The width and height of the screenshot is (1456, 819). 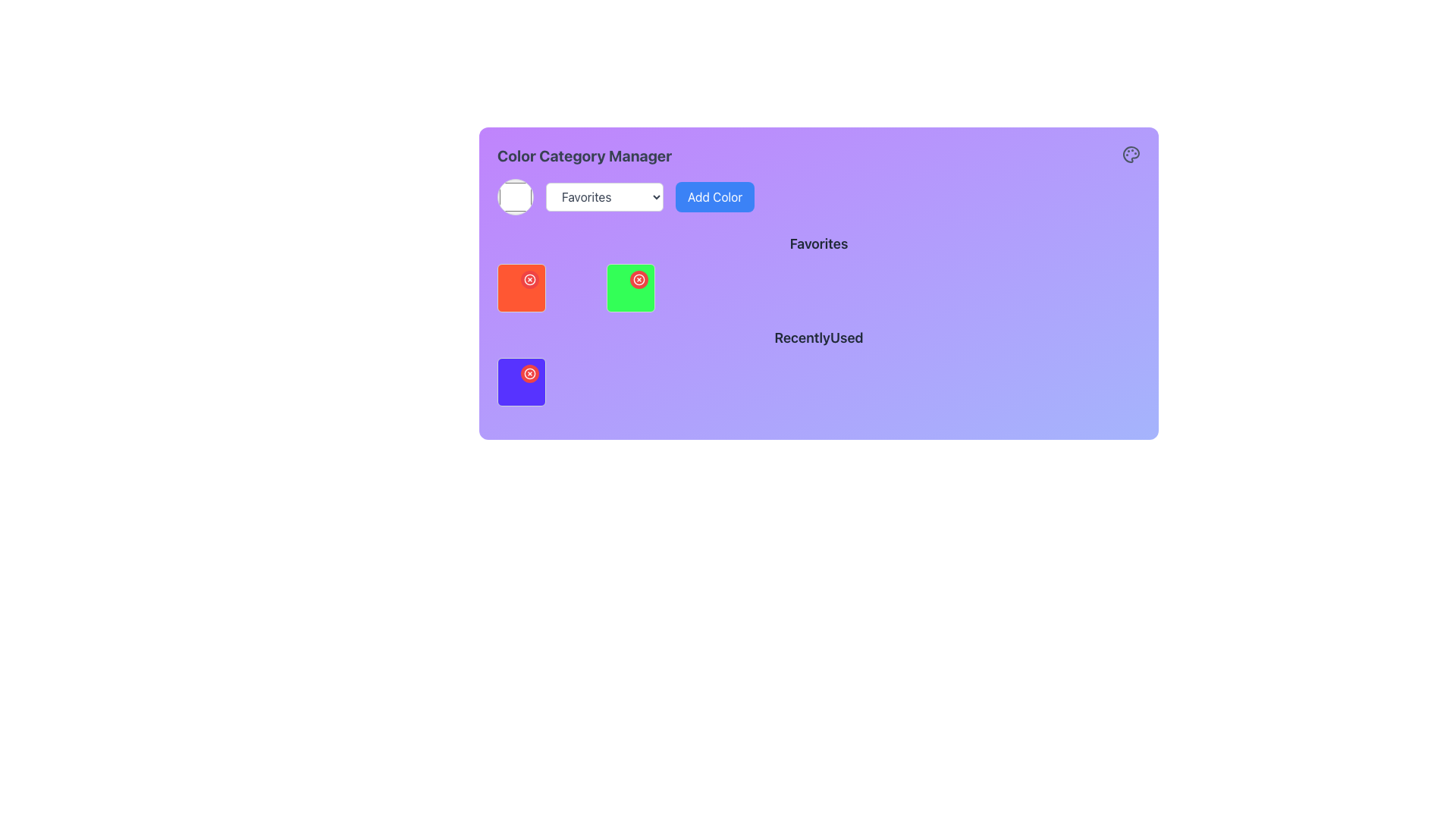 I want to click on the delete button for the color block in the Favorites category, so click(x=530, y=374).